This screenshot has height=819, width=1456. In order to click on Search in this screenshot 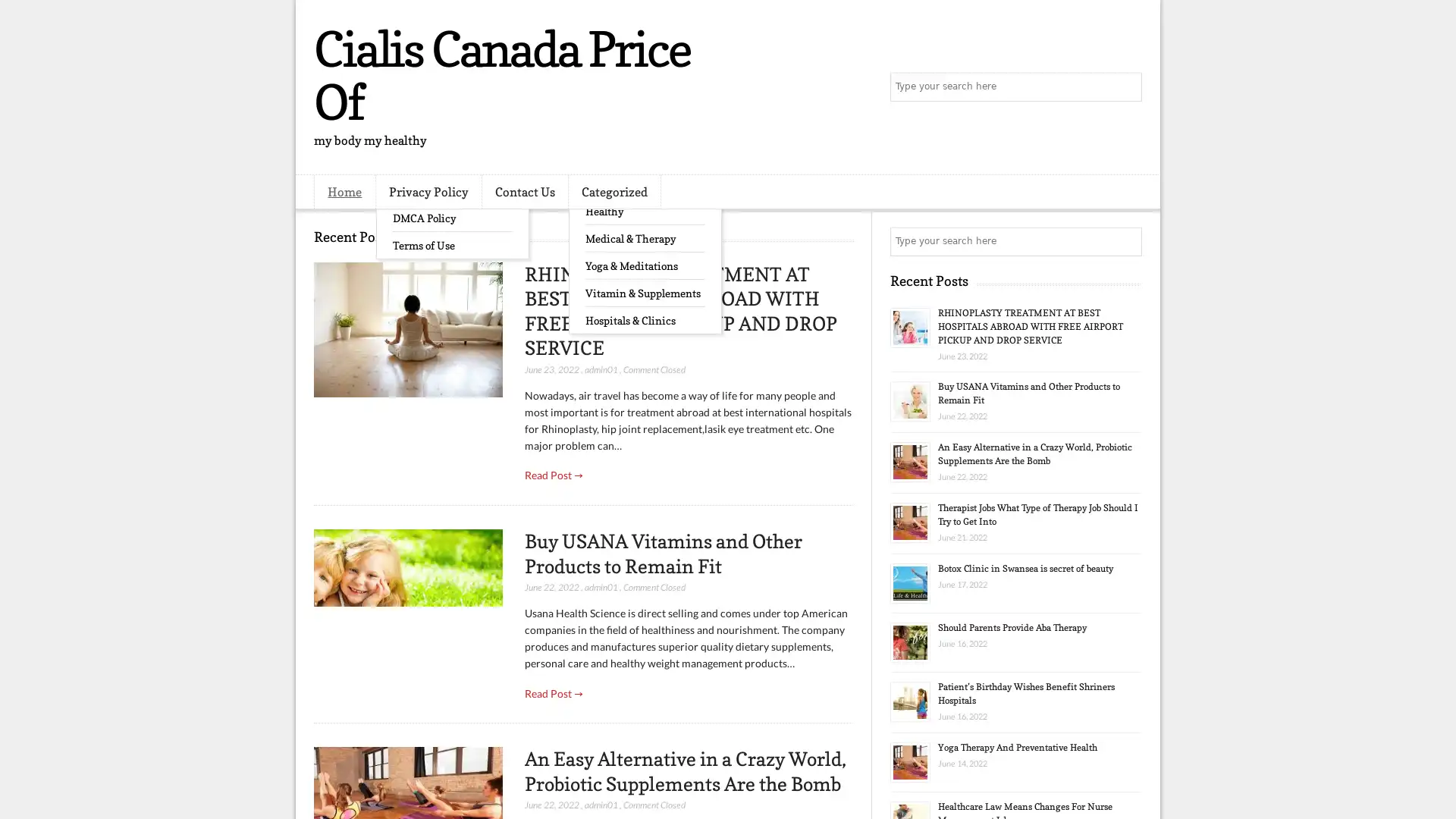, I will do `click(1126, 87)`.